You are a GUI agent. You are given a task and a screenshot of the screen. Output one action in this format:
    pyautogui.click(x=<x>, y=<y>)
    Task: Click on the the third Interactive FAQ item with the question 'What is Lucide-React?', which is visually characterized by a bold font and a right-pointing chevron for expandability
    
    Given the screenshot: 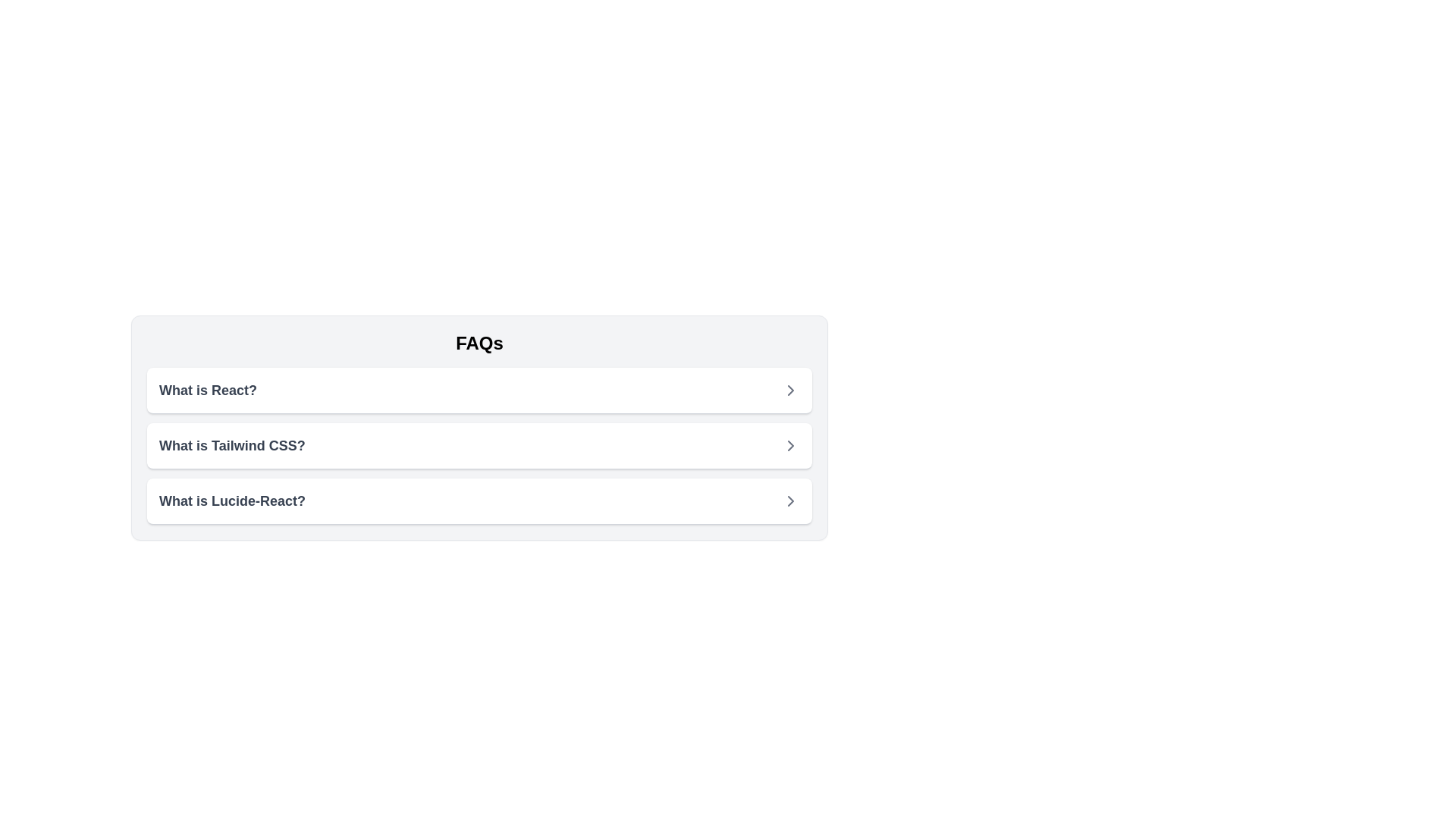 What is the action you would take?
    pyautogui.click(x=479, y=501)
    